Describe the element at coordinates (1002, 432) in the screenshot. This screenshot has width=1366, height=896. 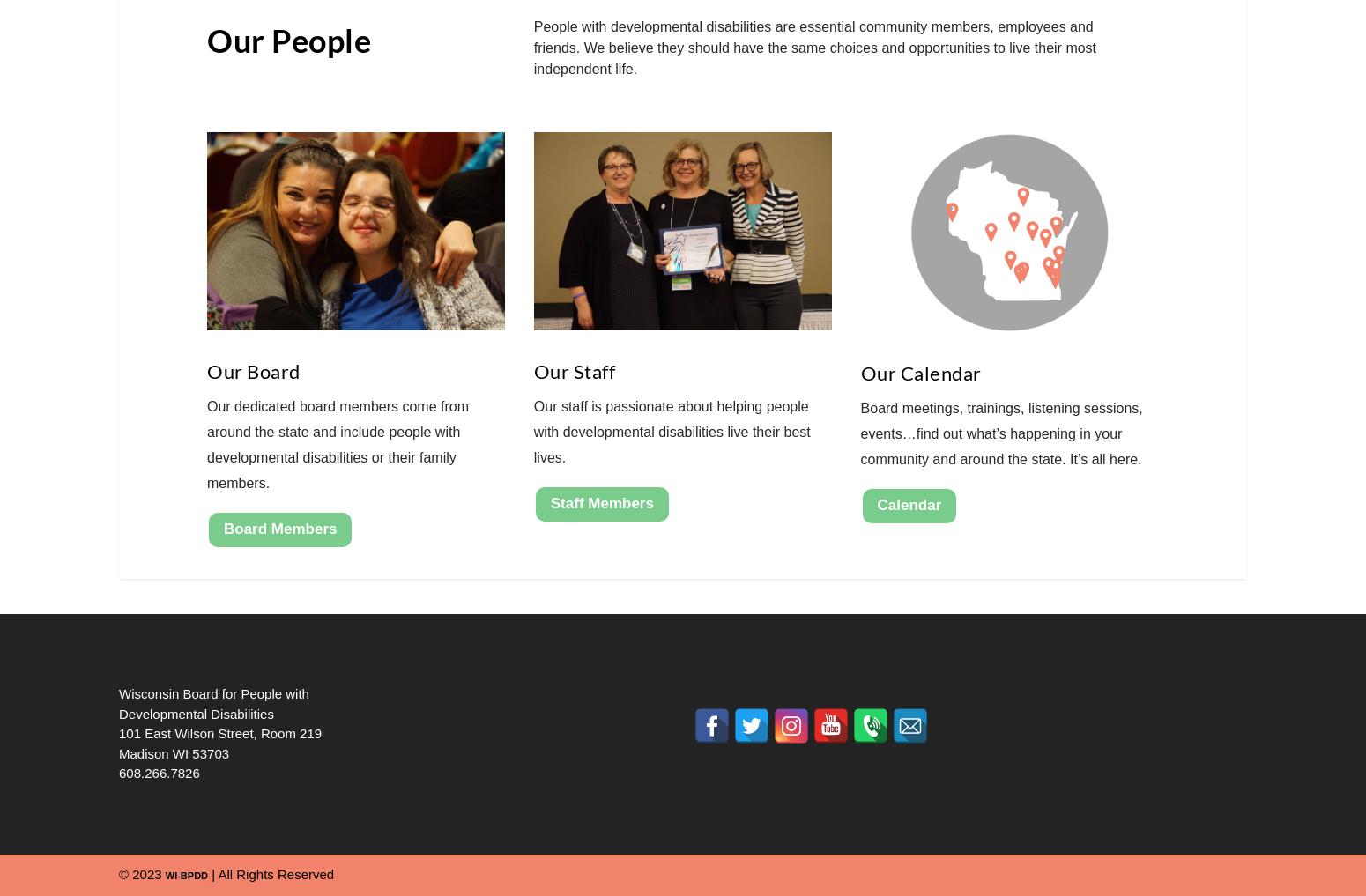
I see `'Board meetings, trainings, listening sessions, events…find out what’s happening in your community and around the state. It’s all here.'` at that location.